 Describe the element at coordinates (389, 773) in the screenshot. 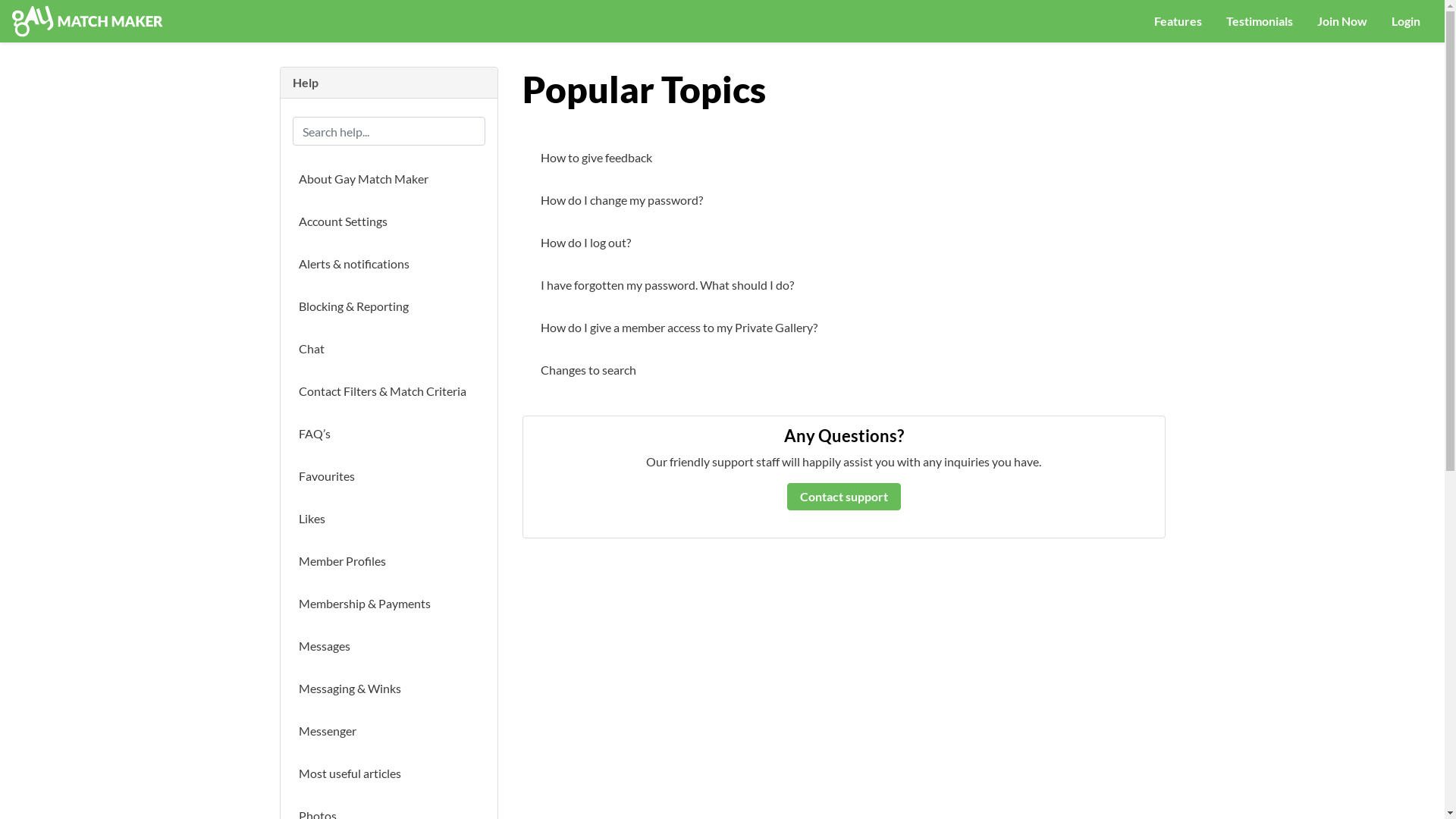

I see `'Most useful articles'` at that location.